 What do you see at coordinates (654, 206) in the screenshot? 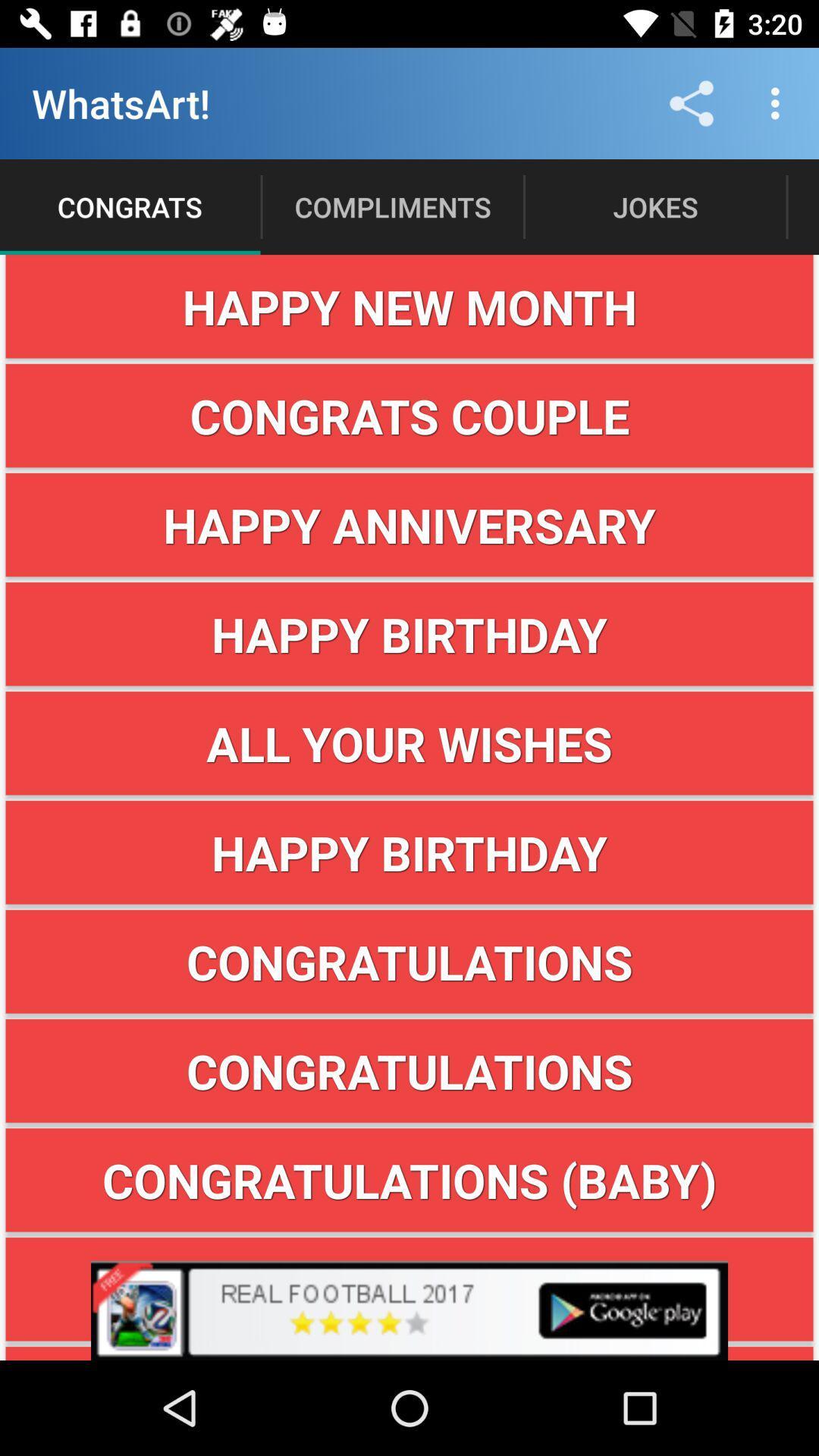
I see `the button which is next to the compliments` at bounding box center [654, 206].